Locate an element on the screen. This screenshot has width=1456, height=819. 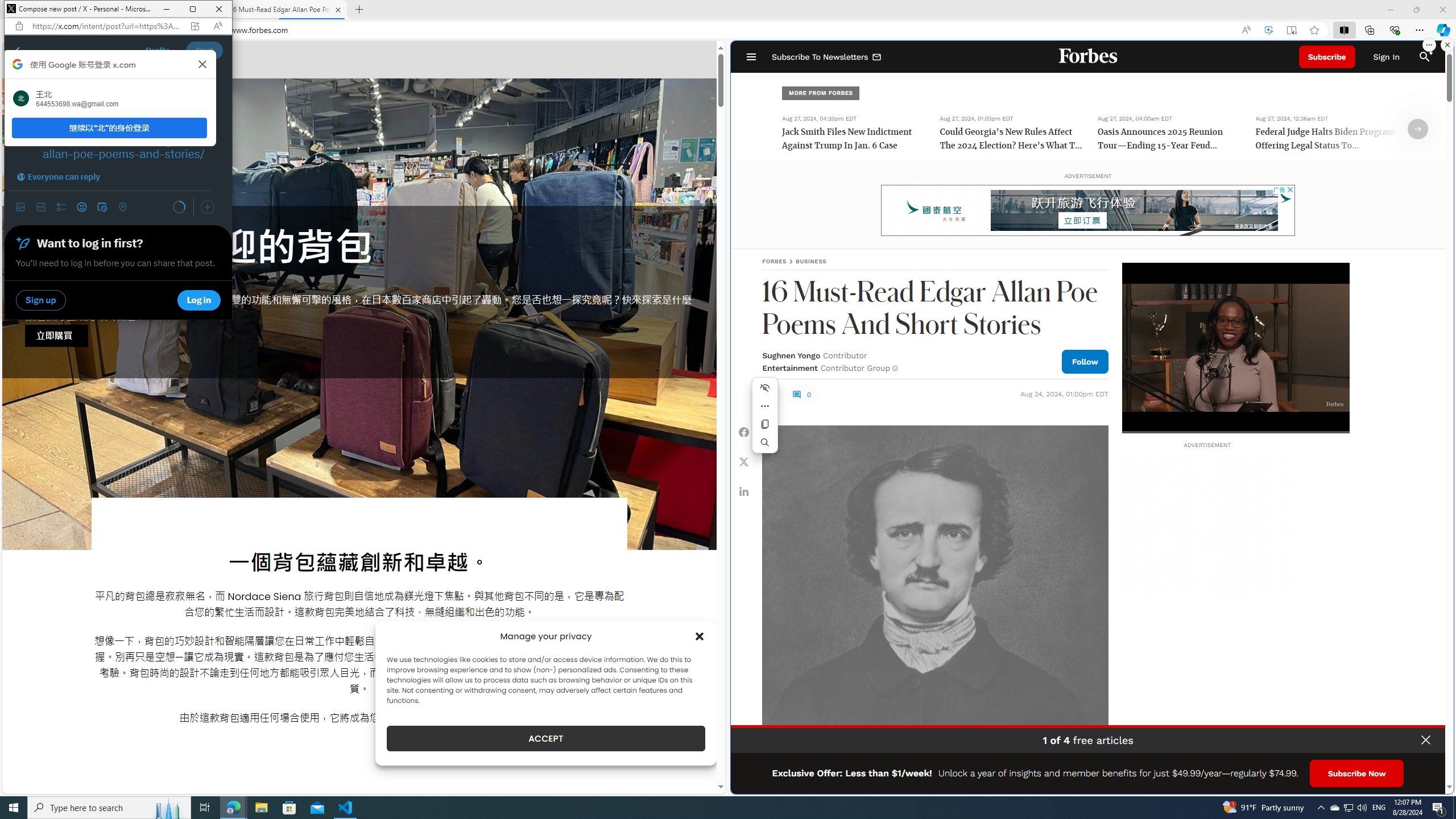
'FORBES' is located at coordinates (774, 261).